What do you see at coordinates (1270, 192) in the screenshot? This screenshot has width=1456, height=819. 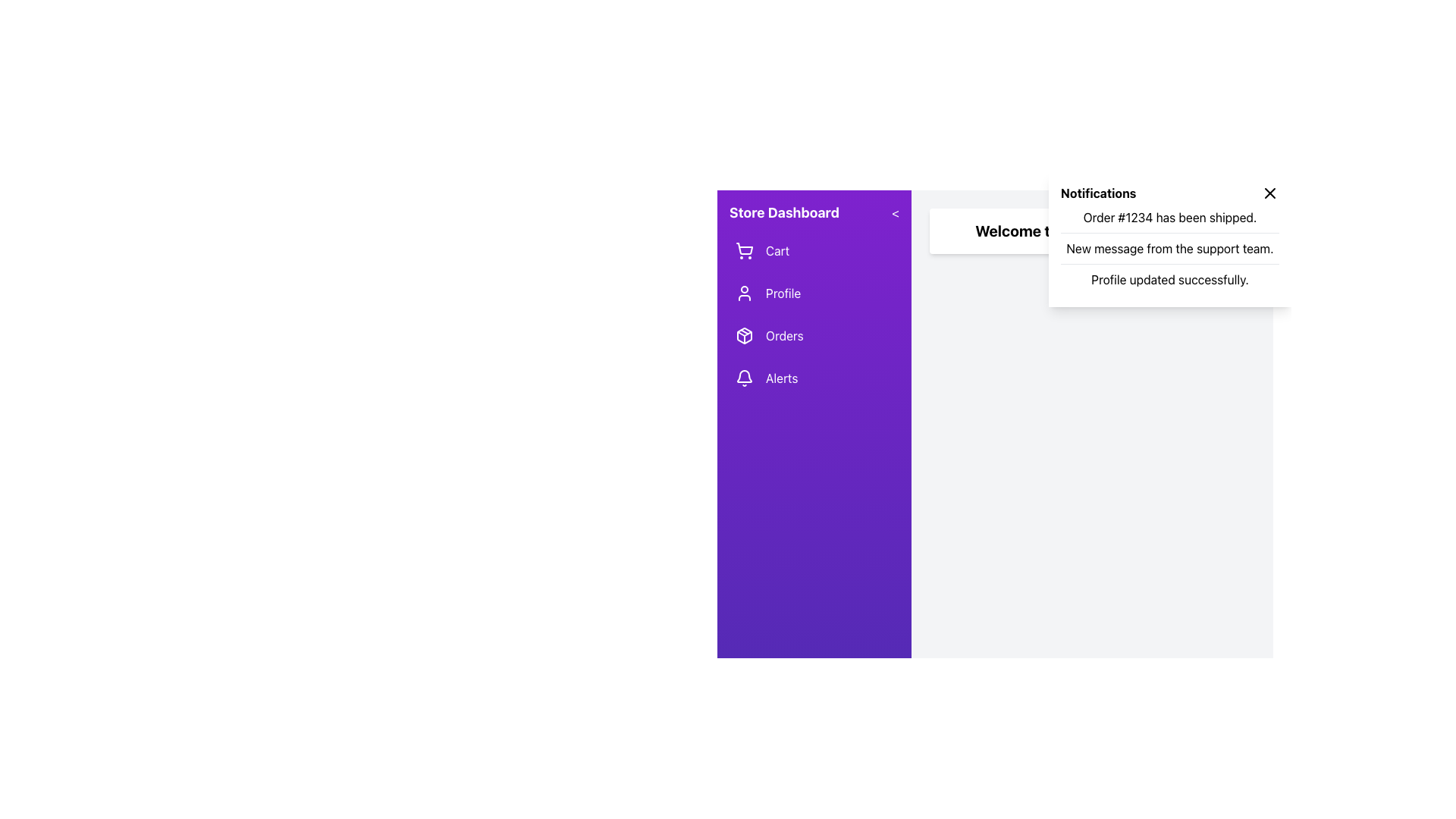 I see `the 'X' icon located in the top-right corner of the 'Notifications' popup panel` at bounding box center [1270, 192].